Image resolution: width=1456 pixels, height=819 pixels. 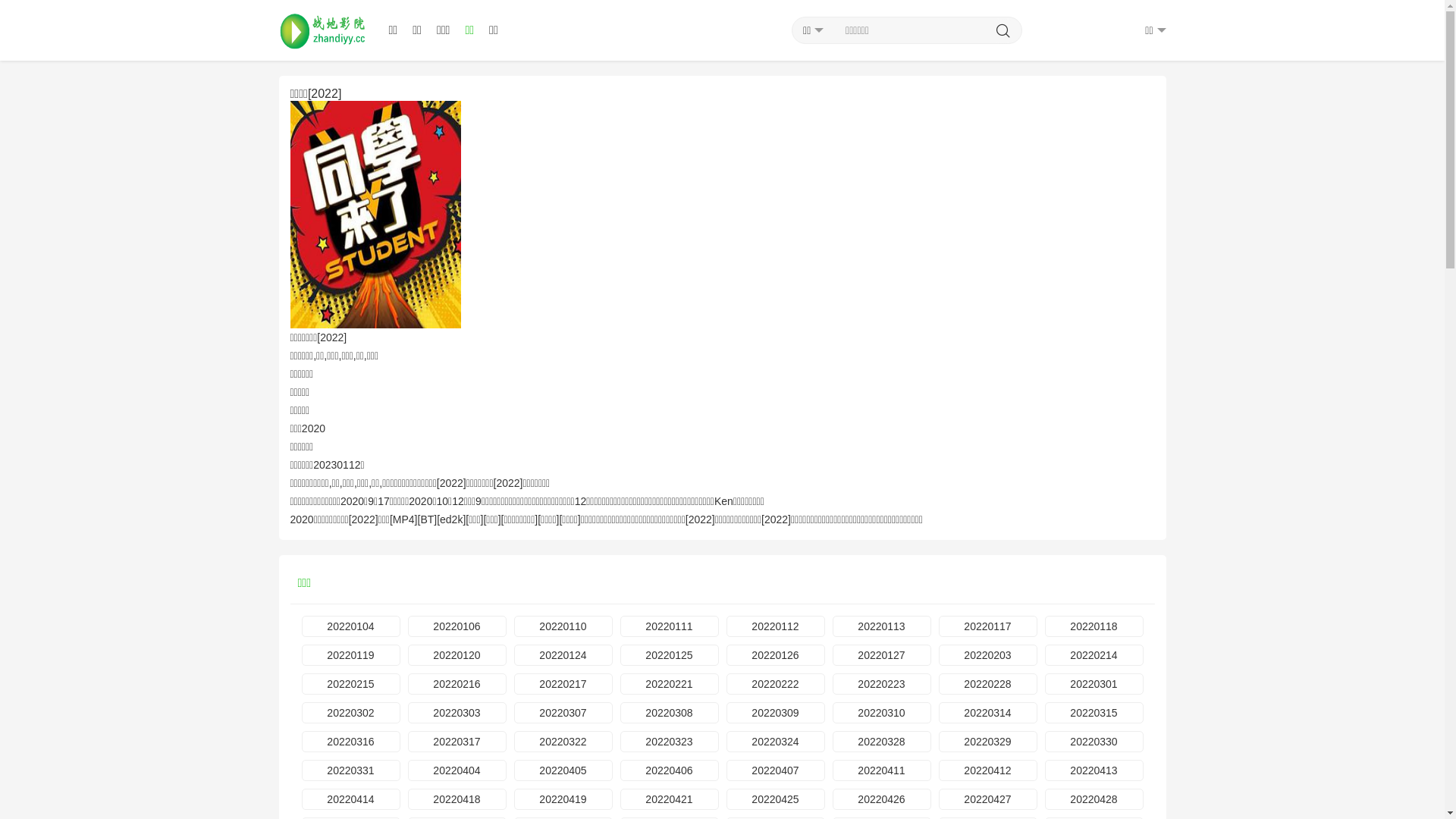 What do you see at coordinates (457, 684) in the screenshot?
I see `'20220216'` at bounding box center [457, 684].